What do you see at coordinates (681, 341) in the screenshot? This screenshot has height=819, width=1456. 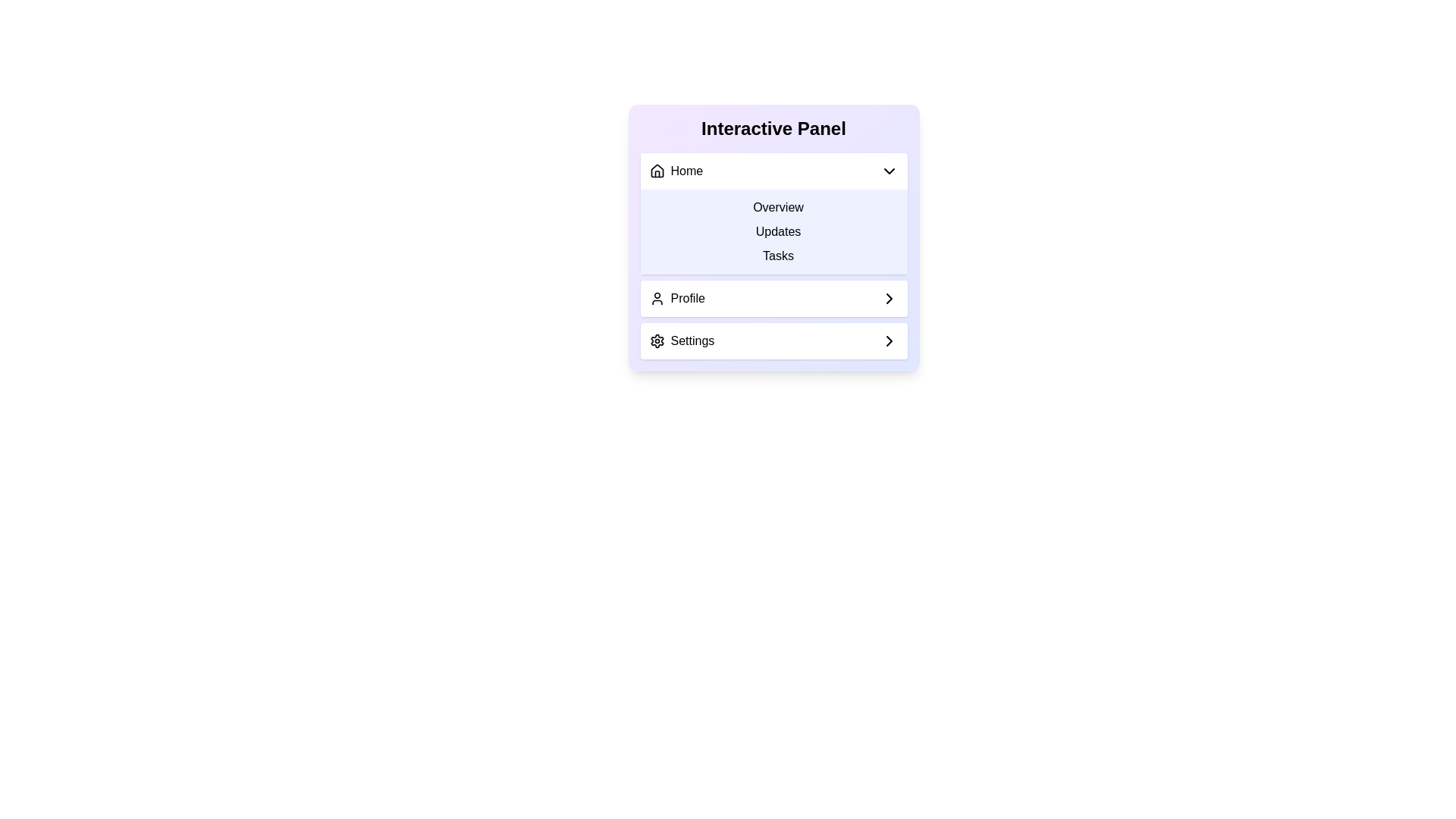 I see `the 'Settings' text label with the gear icon in the 'Interactive Panel'` at bounding box center [681, 341].